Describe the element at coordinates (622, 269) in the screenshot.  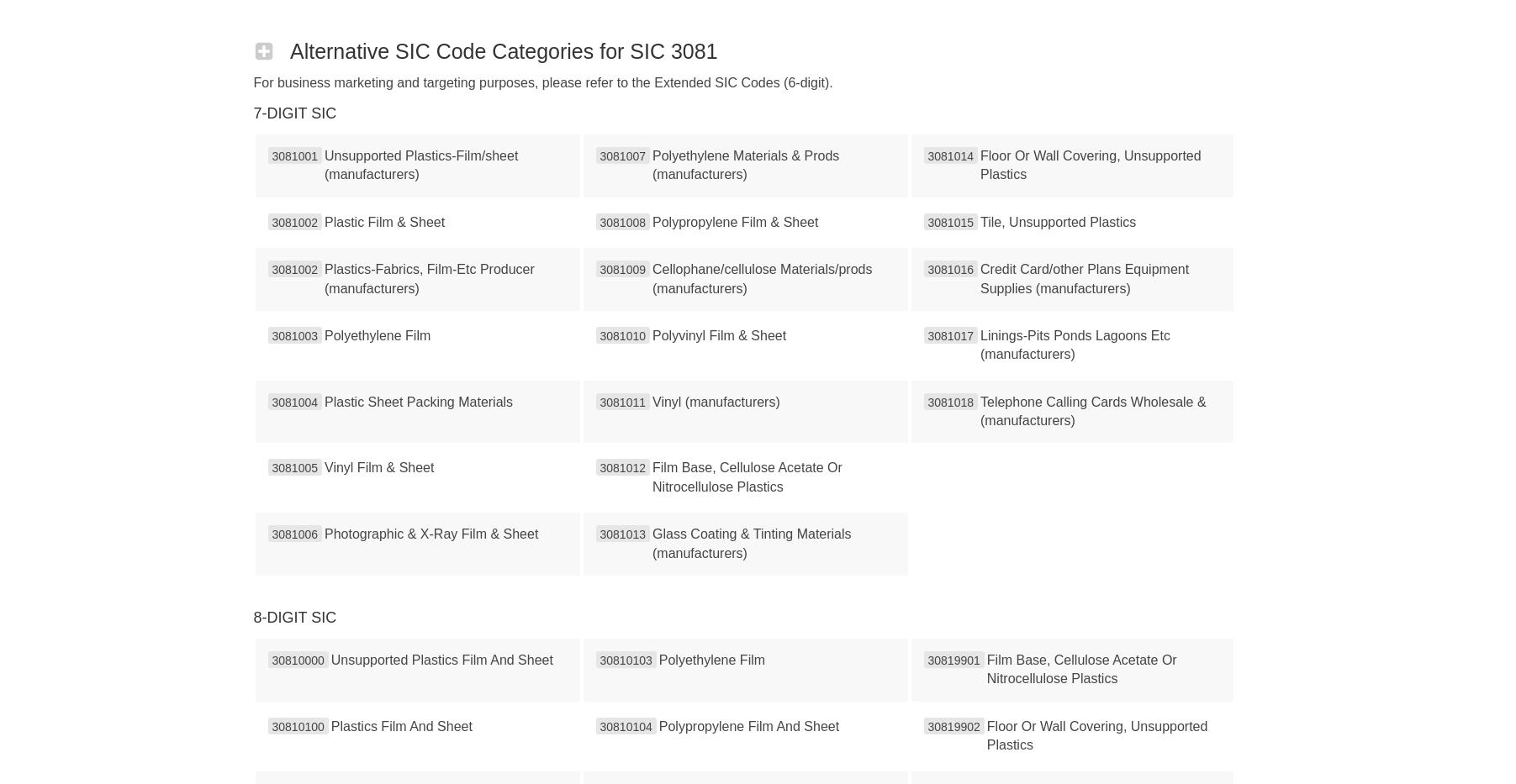
I see `'3081009'` at that location.